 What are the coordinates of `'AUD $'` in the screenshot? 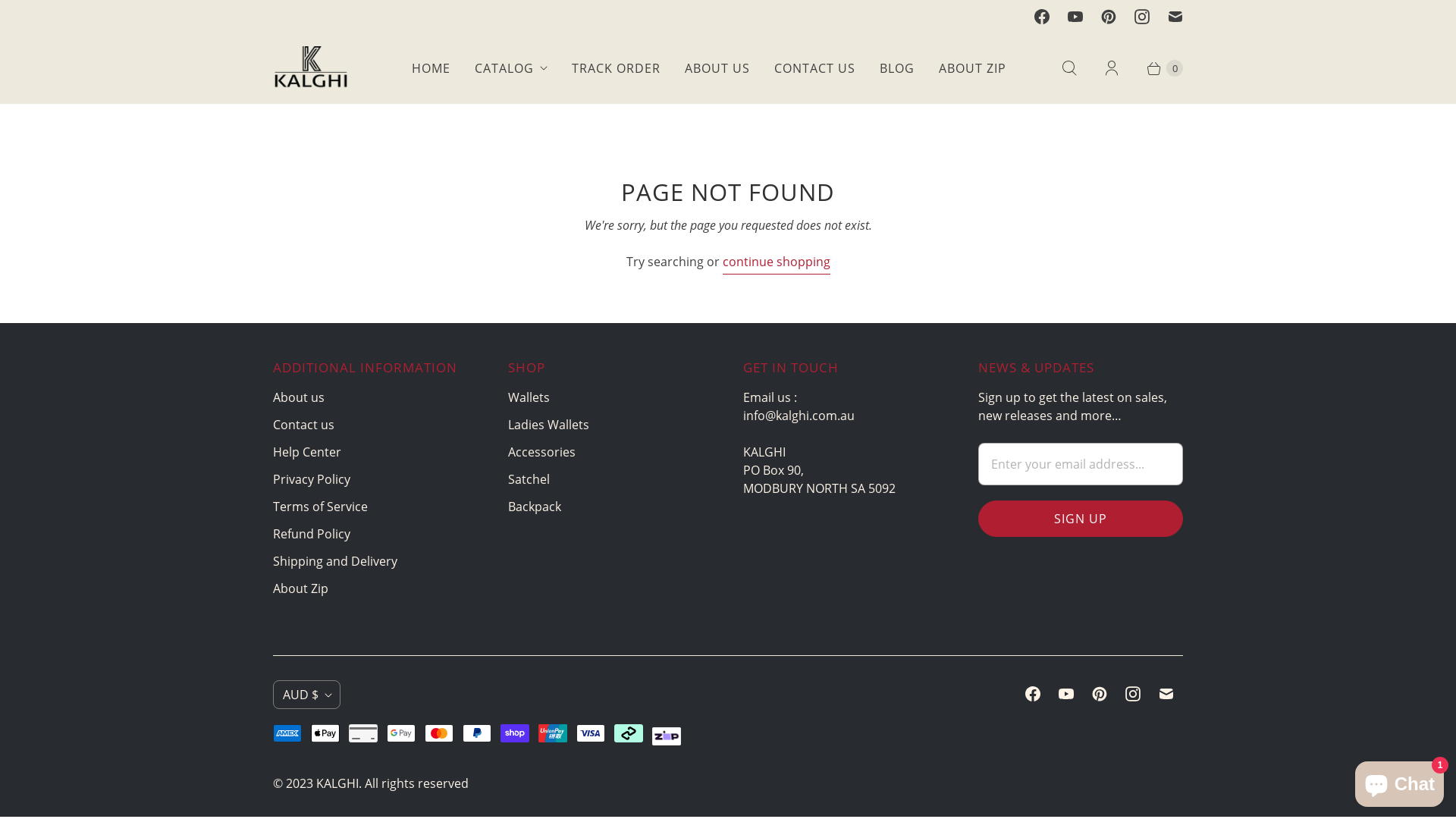 It's located at (306, 694).